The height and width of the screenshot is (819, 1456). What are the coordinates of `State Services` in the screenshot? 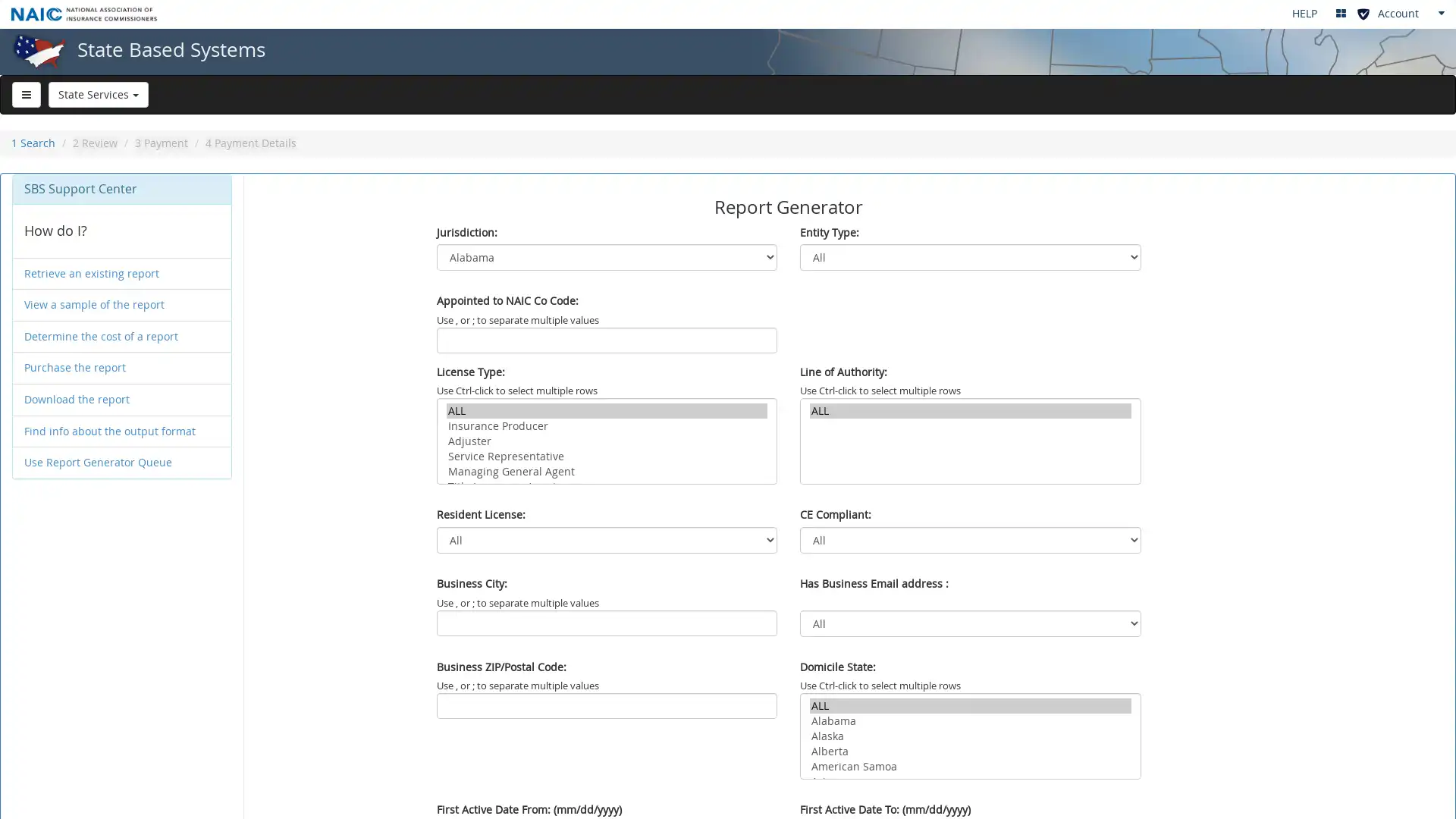 It's located at (97, 93).